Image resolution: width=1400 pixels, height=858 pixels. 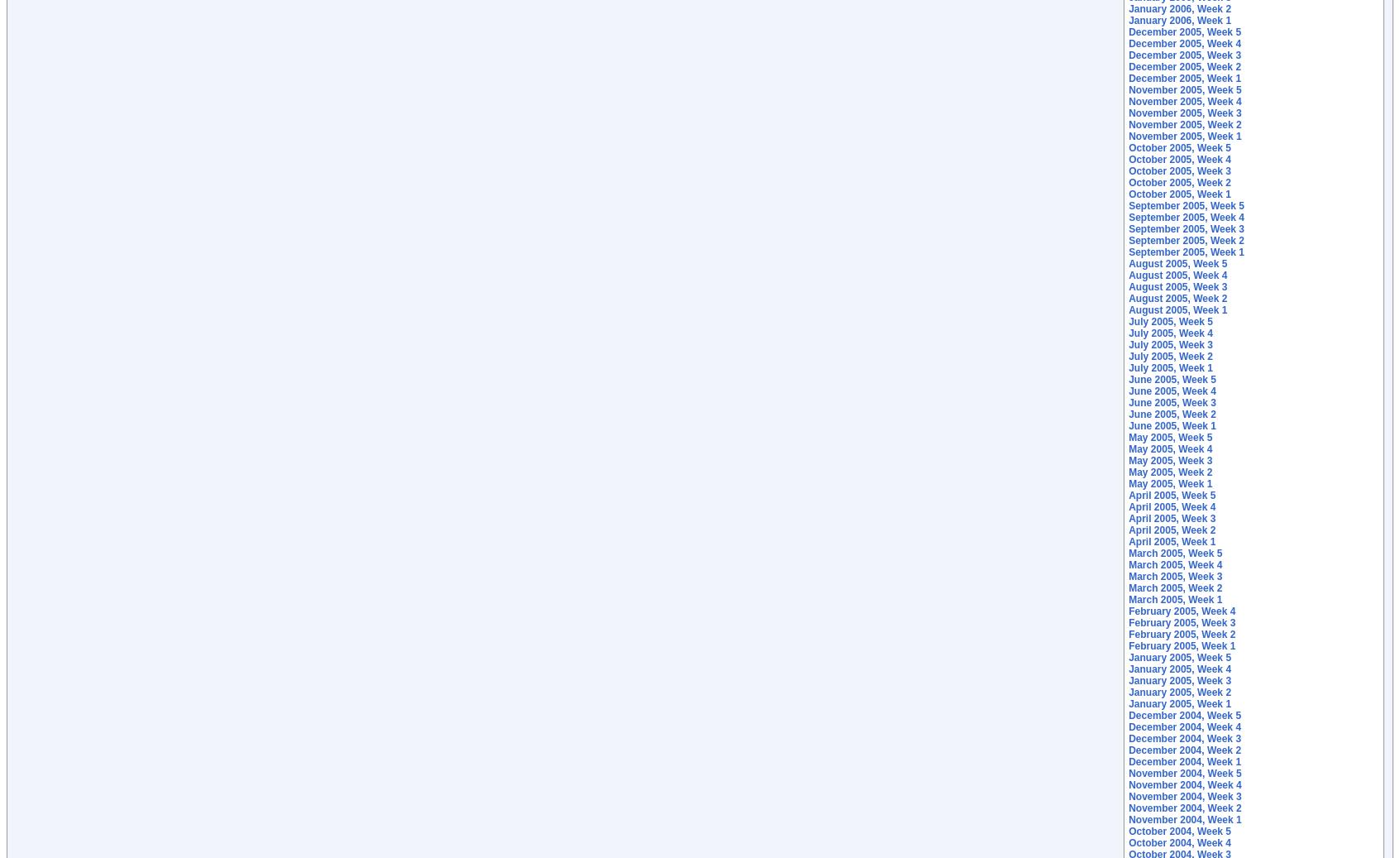 I want to click on 'February 2005, Week 1', so click(x=1181, y=645).